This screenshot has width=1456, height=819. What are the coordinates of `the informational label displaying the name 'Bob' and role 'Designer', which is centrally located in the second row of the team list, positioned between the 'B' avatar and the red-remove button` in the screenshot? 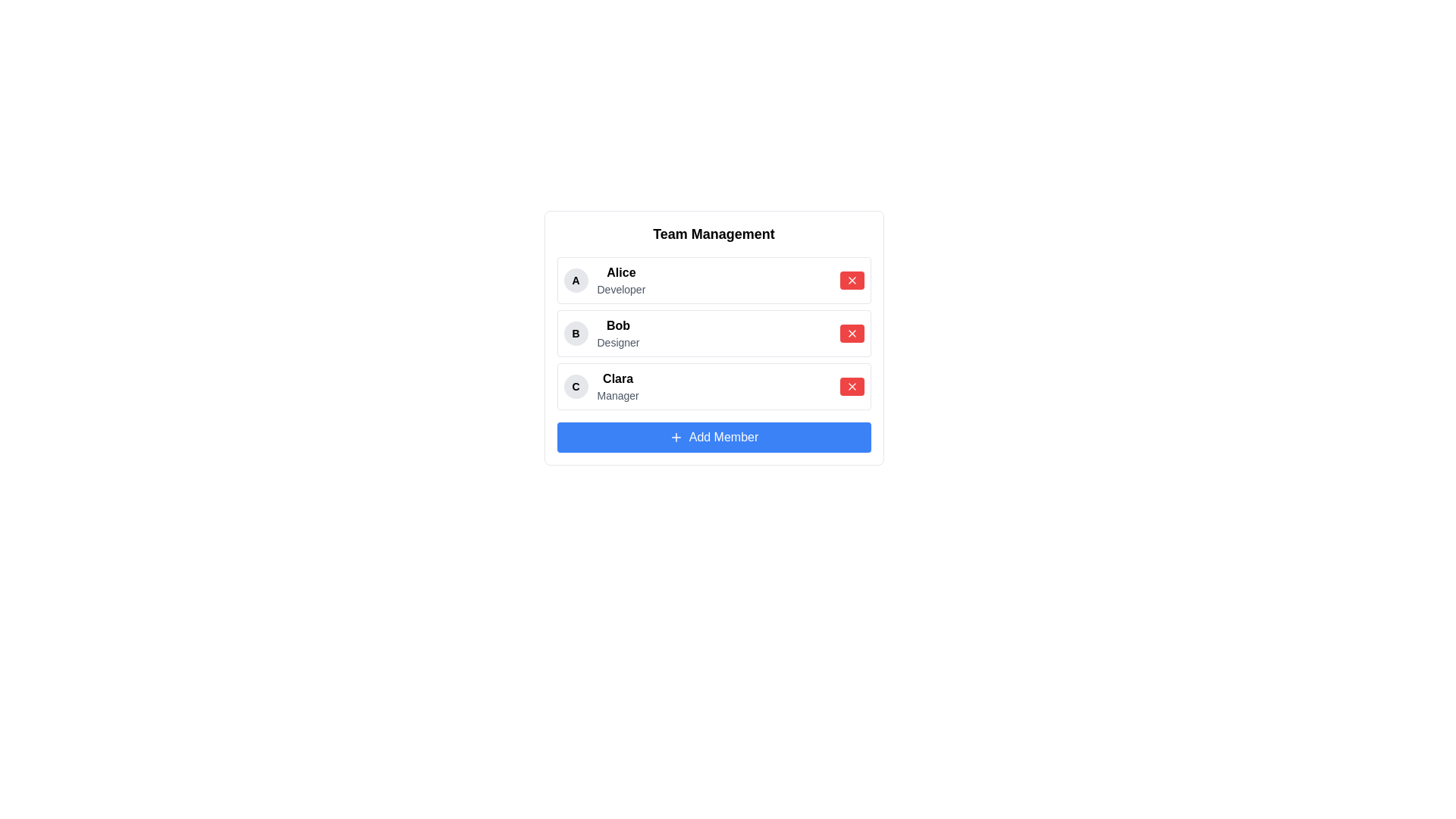 It's located at (618, 332).